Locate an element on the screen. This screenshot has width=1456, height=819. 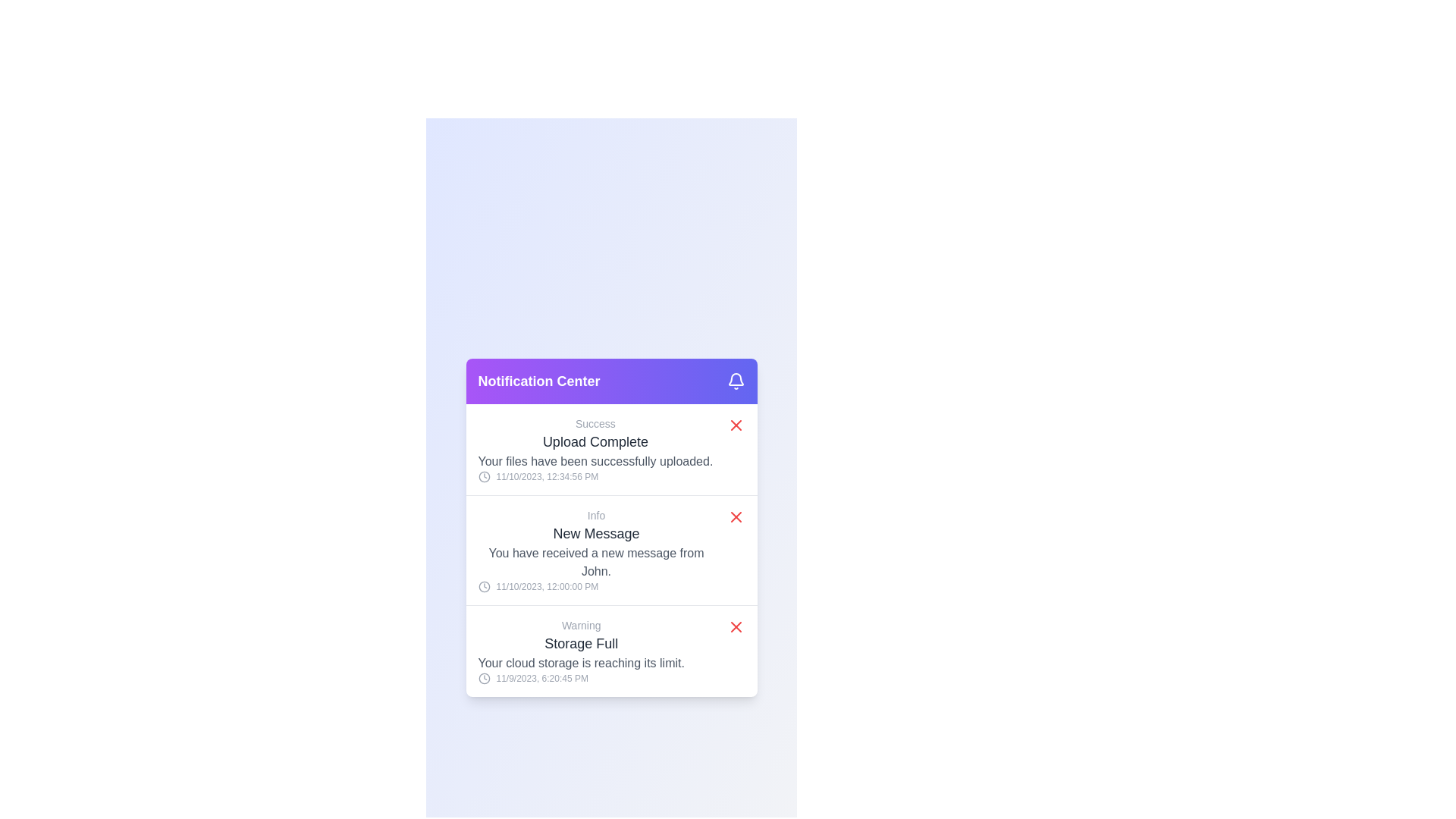
the notification icon located in the top-right corner of the purple header bar of the notification panel, which serves as an indicator for notifications is located at coordinates (736, 378).